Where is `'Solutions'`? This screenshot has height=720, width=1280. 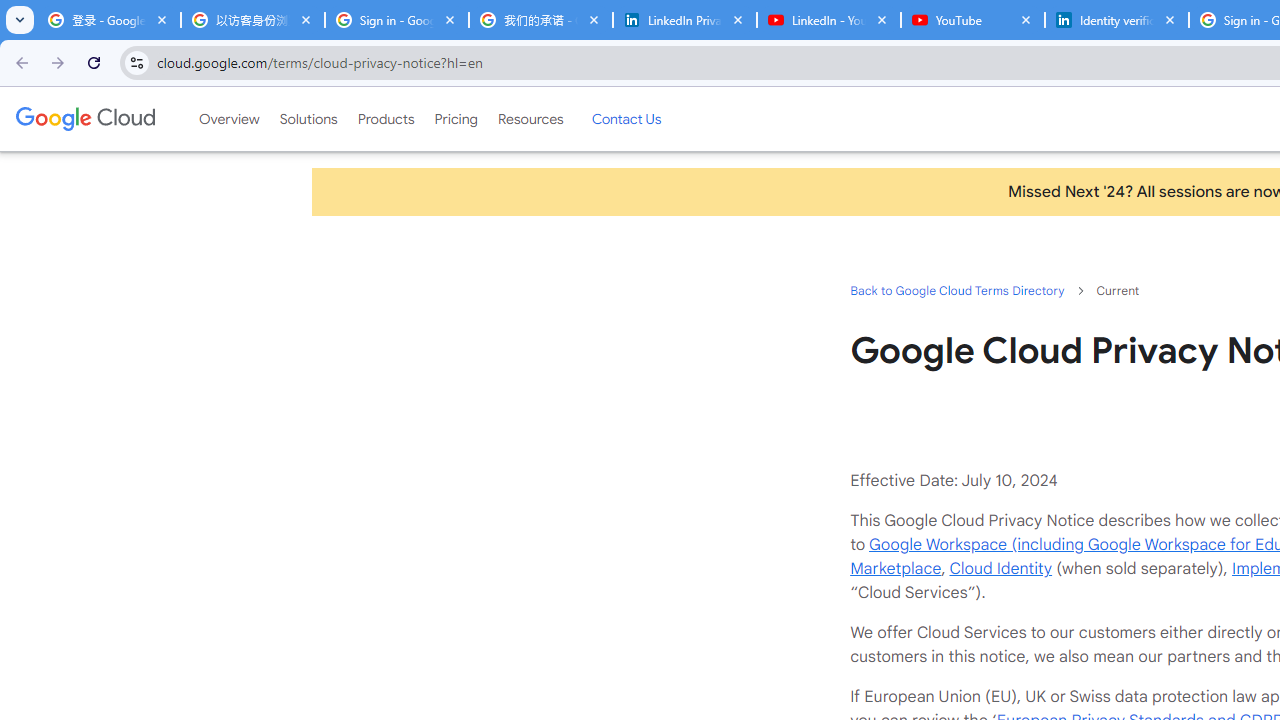 'Solutions' is located at coordinates (307, 119).